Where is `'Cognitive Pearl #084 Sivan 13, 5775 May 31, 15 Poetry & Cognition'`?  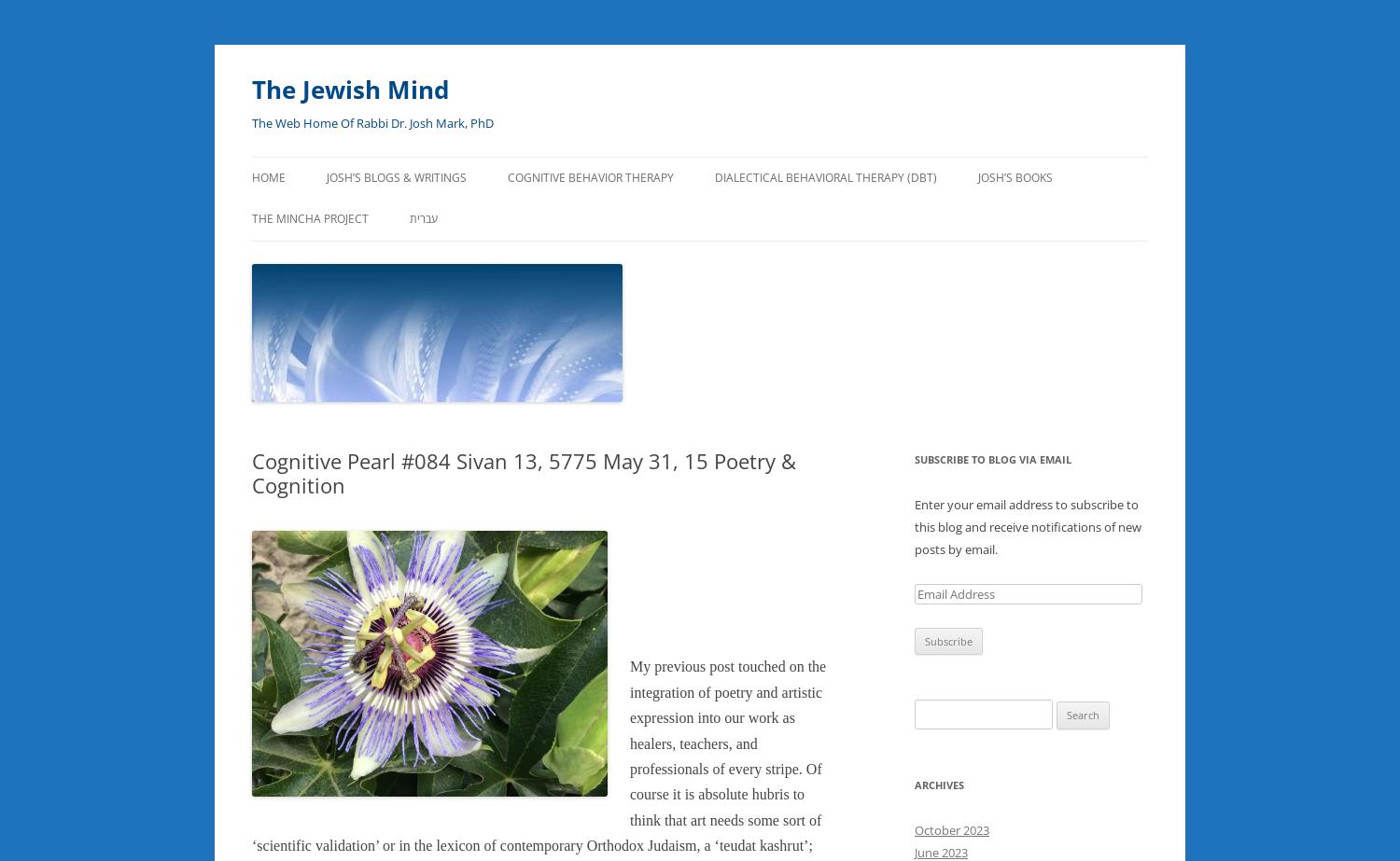 'Cognitive Pearl #084 Sivan 13, 5775 May 31, 15 Poetry & Cognition' is located at coordinates (524, 470).